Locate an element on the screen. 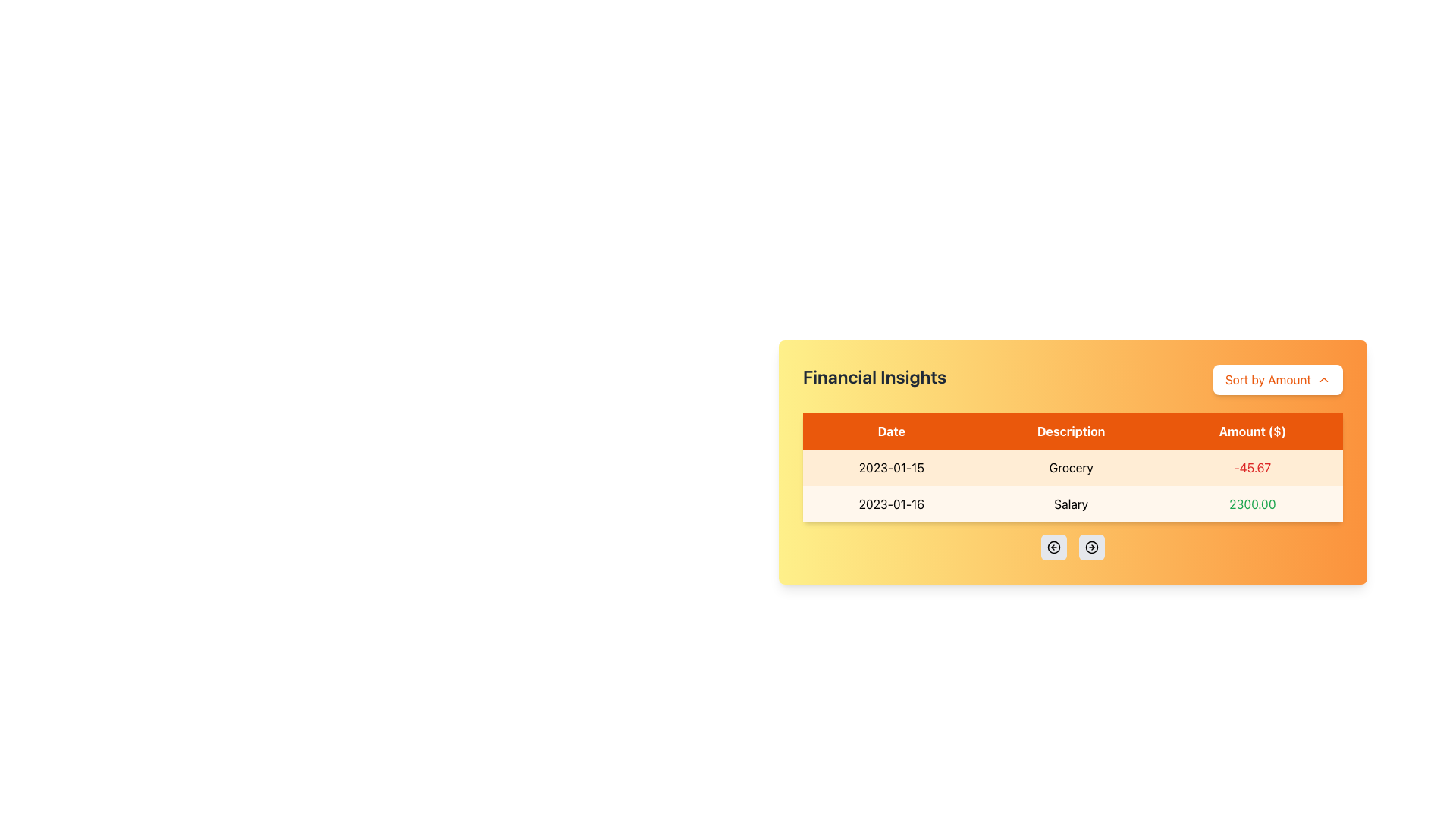 This screenshot has height=819, width=1456. text label displaying 'Grocery' in the first row of the table under the 'Description' column, located between '2023-01-15' and '-45.67' is located at coordinates (1072, 467).